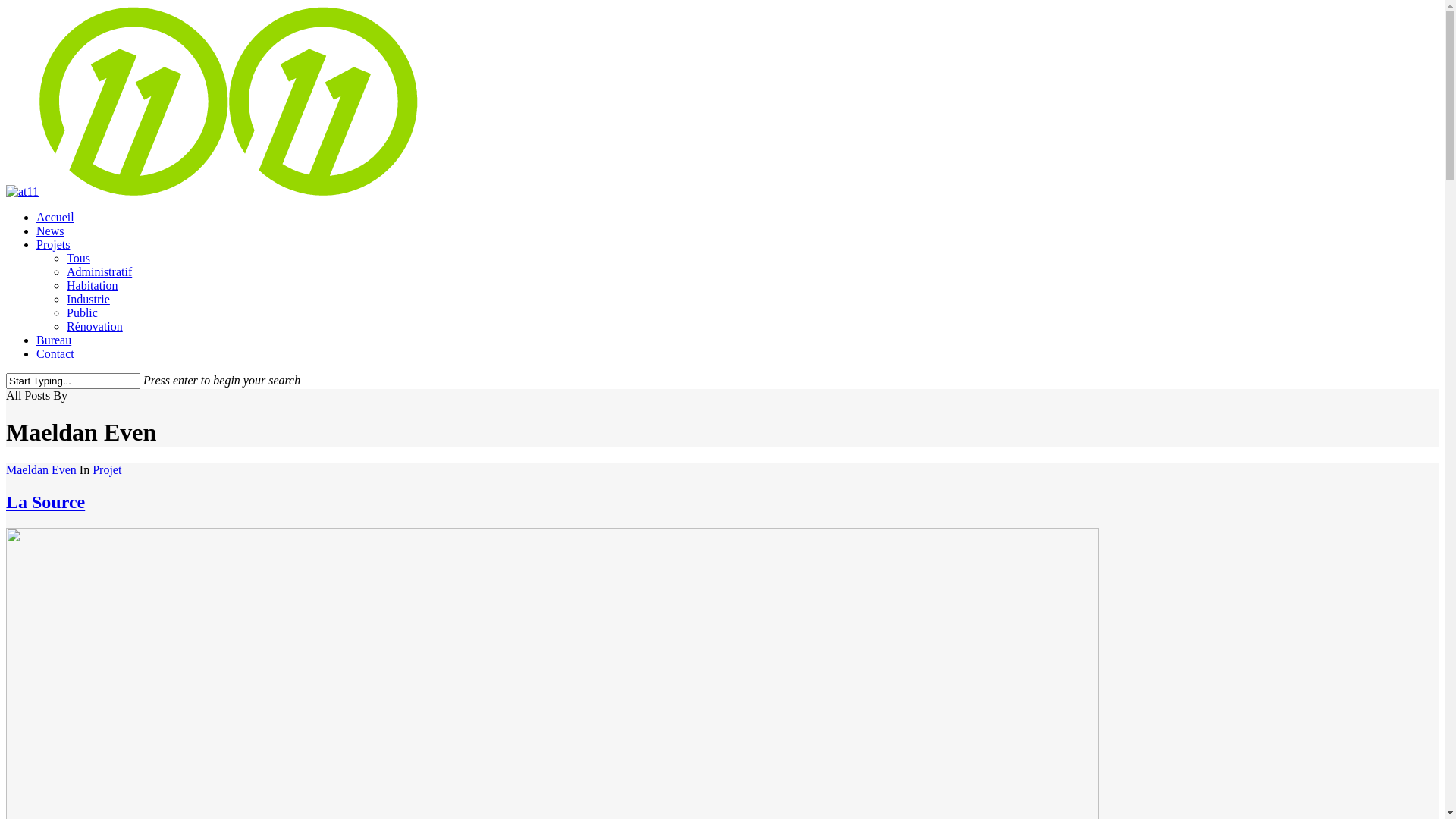 The width and height of the screenshot is (1456, 819). I want to click on 'Administratif', so click(98, 271).